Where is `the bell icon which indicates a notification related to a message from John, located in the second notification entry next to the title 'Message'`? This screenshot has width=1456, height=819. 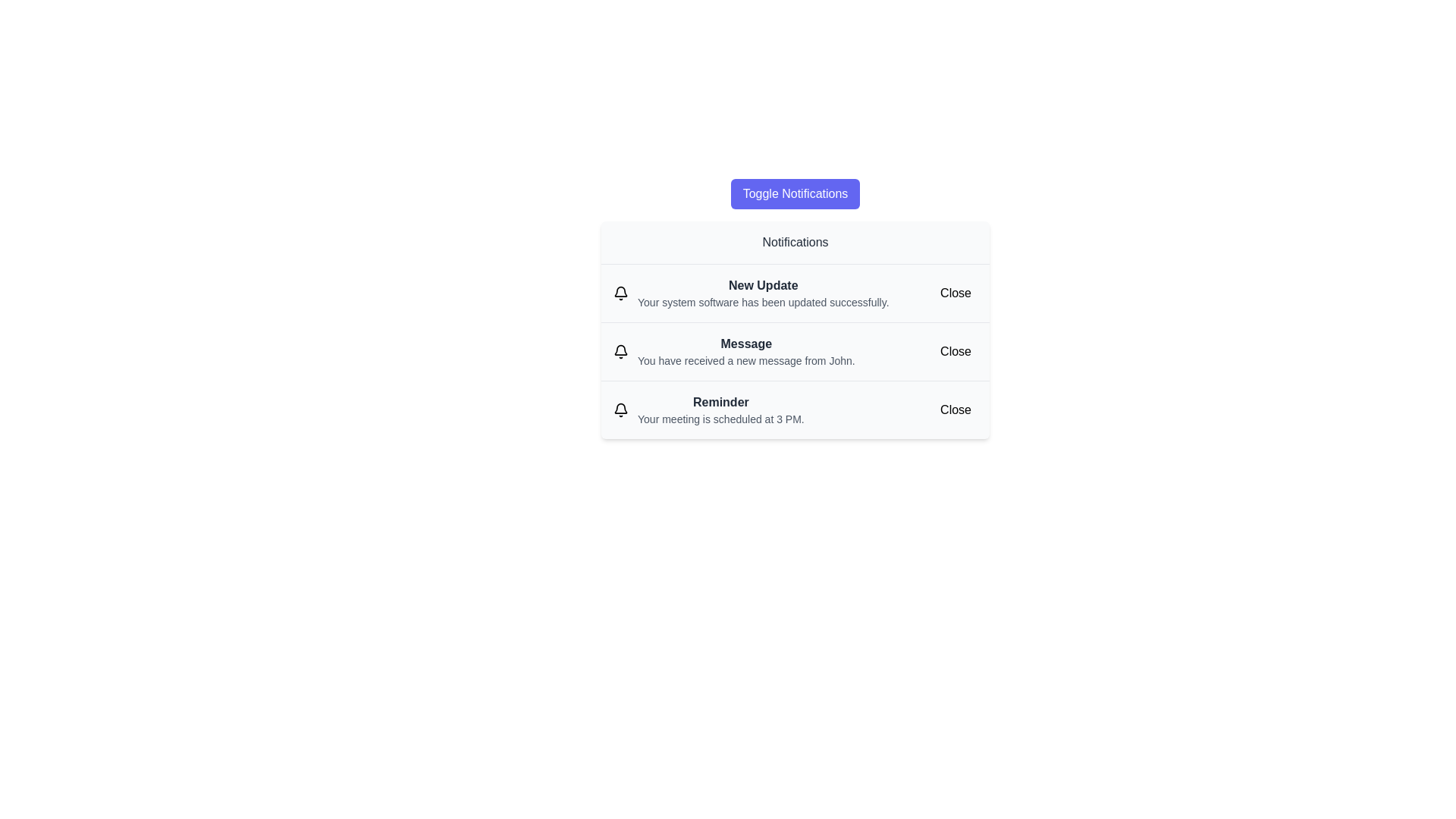 the bell icon which indicates a notification related to a message from John, located in the second notification entry next to the title 'Message' is located at coordinates (621, 351).